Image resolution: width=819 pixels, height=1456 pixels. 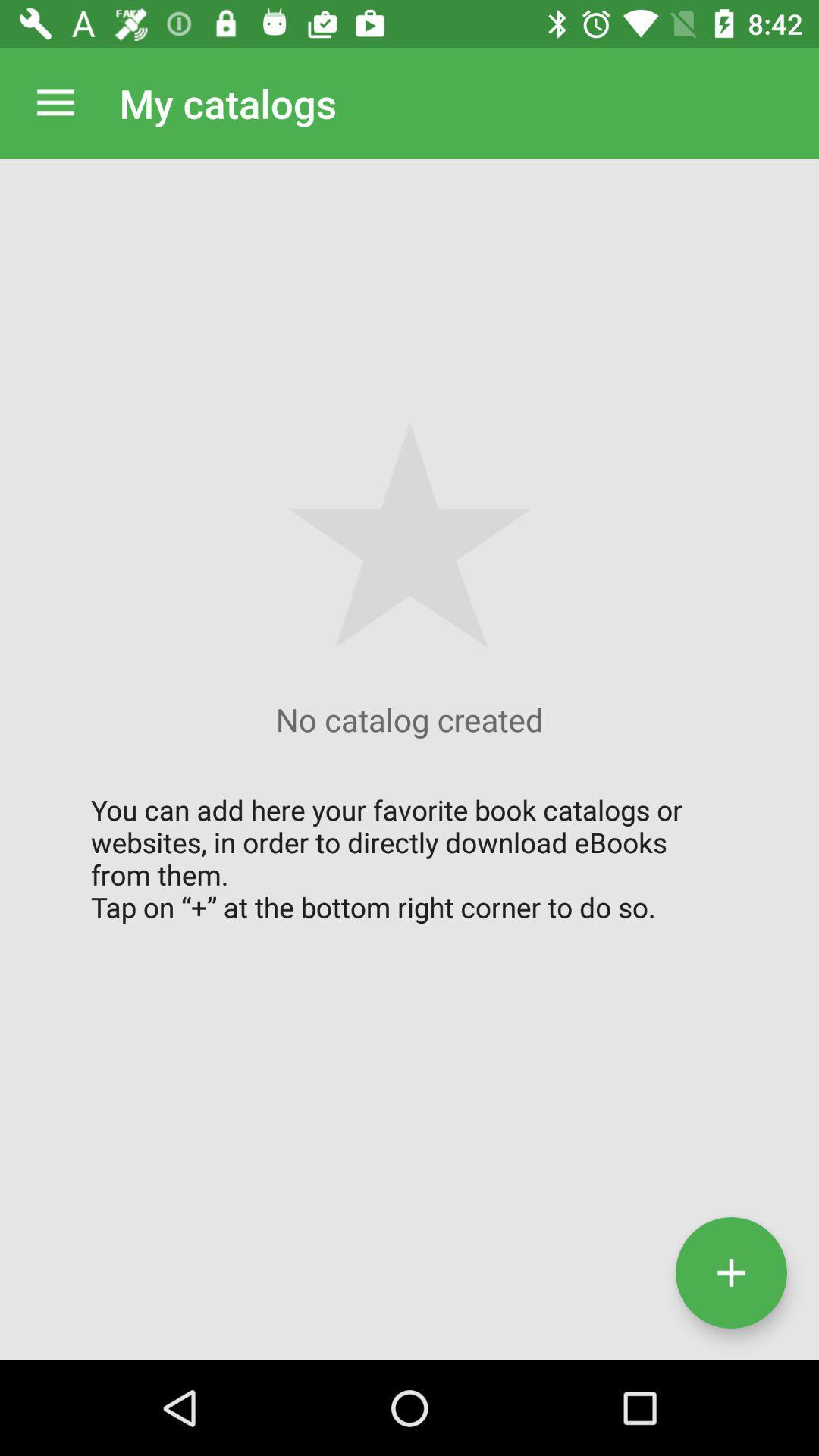 What do you see at coordinates (730, 1272) in the screenshot?
I see `the add icon` at bounding box center [730, 1272].